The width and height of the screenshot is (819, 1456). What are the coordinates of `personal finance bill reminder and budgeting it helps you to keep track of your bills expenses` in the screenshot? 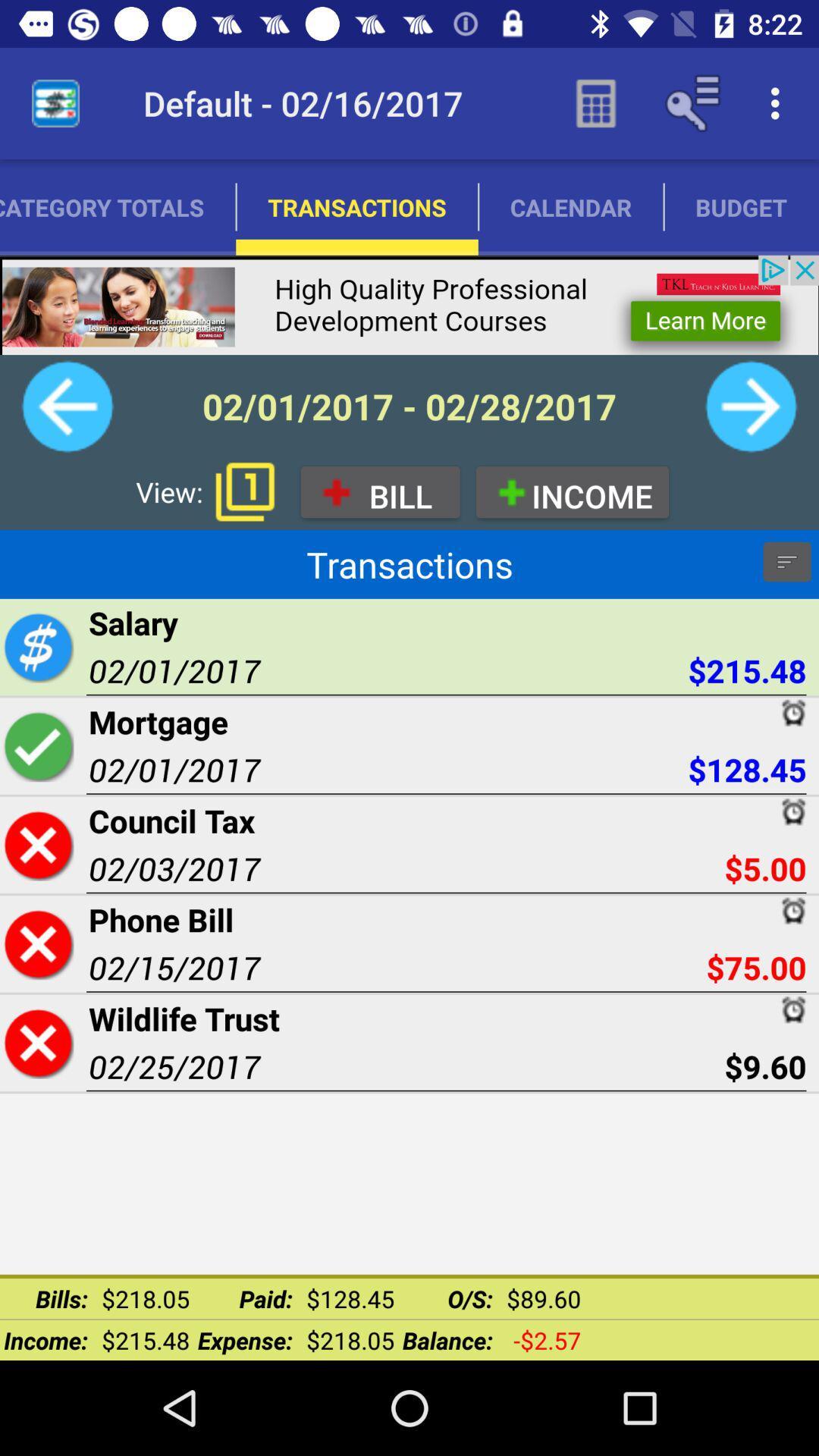 It's located at (751, 406).